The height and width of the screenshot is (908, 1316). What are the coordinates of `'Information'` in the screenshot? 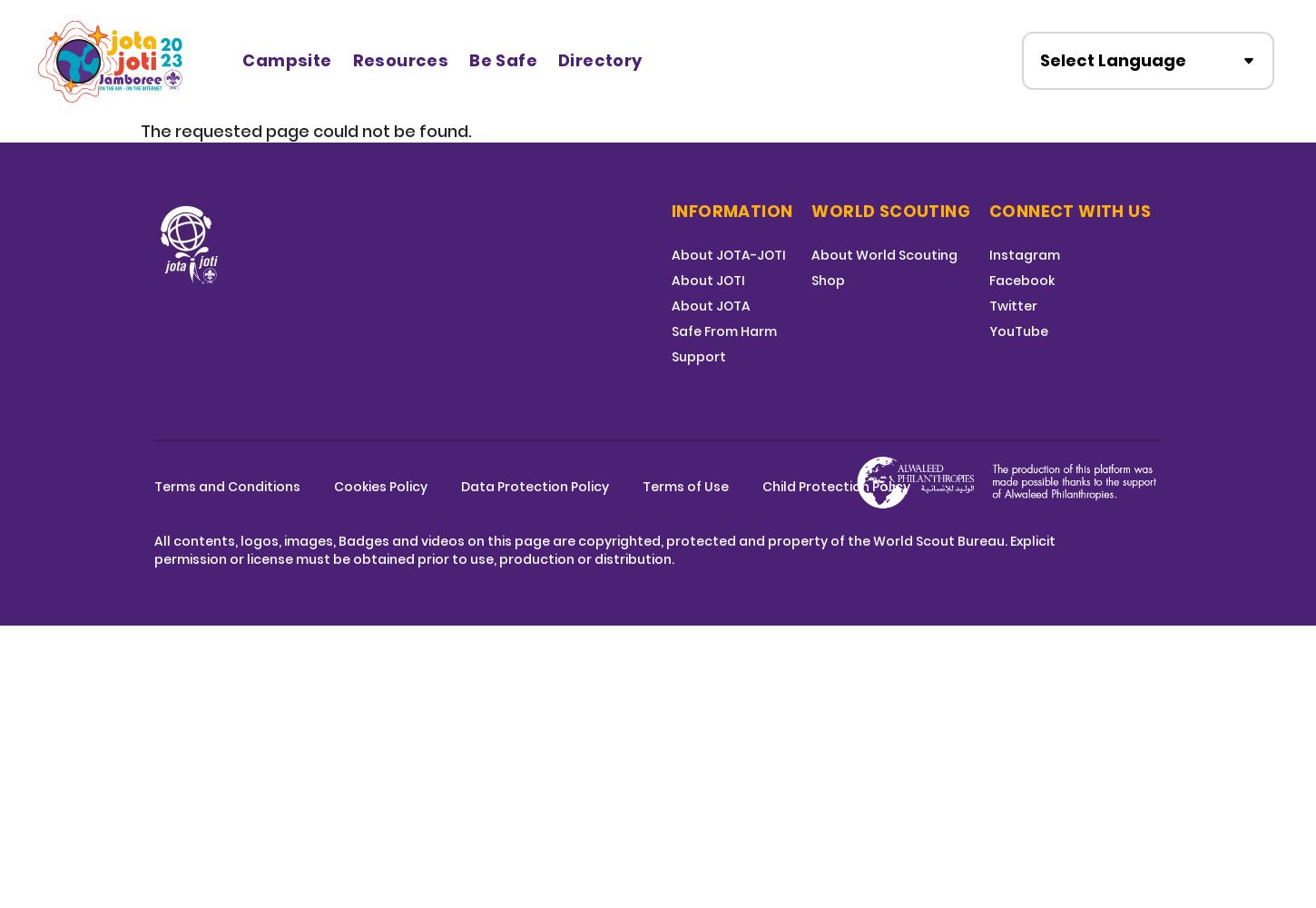 It's located at (732, 210).